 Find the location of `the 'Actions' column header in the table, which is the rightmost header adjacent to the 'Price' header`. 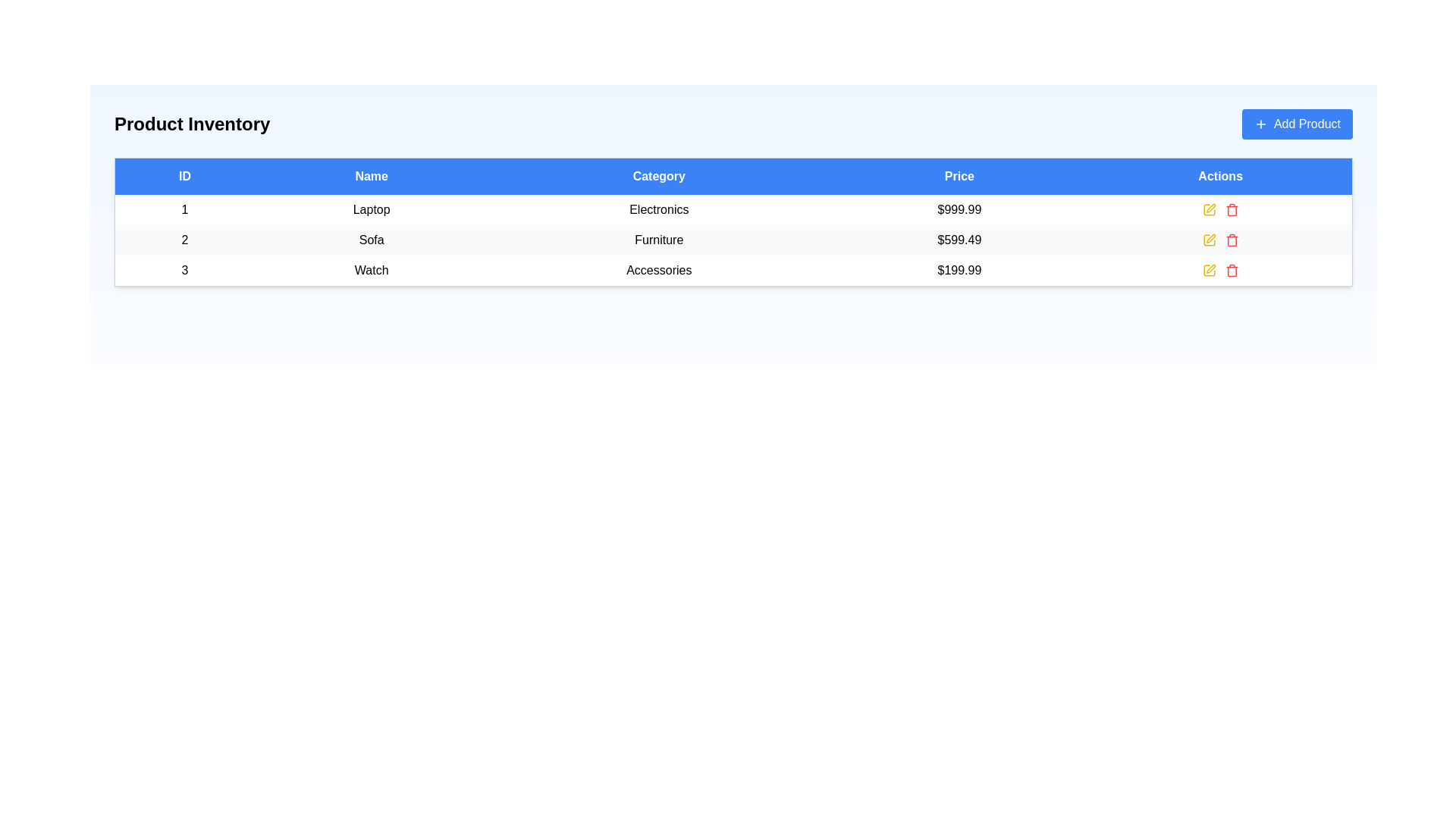

the 'Actions' column header in the table, which is the rightmost header adjacent to the 'Price' header is located at coordinates (1220, 175).